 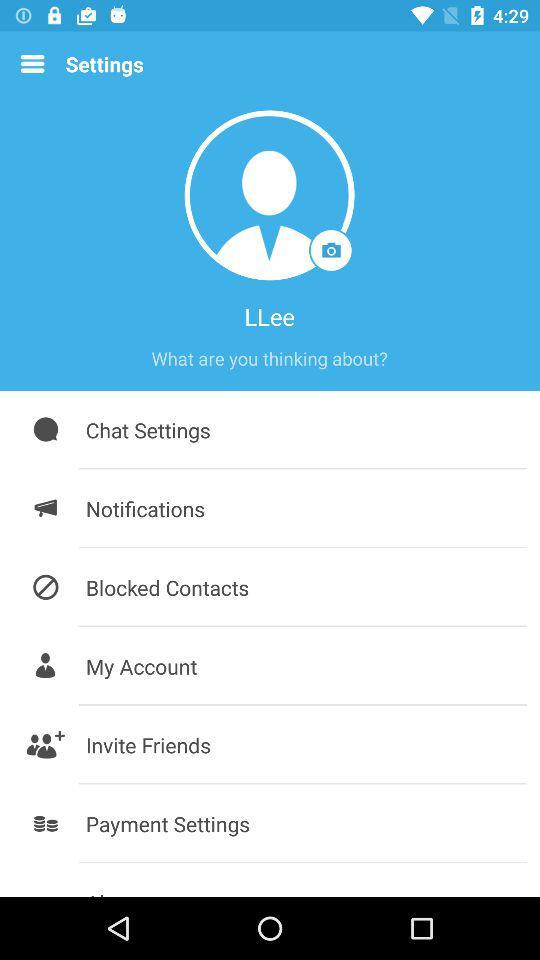 What do you see at coordinates (269, 316) in the screenshot?
I see `the llee` at bounding box center [269, 316].